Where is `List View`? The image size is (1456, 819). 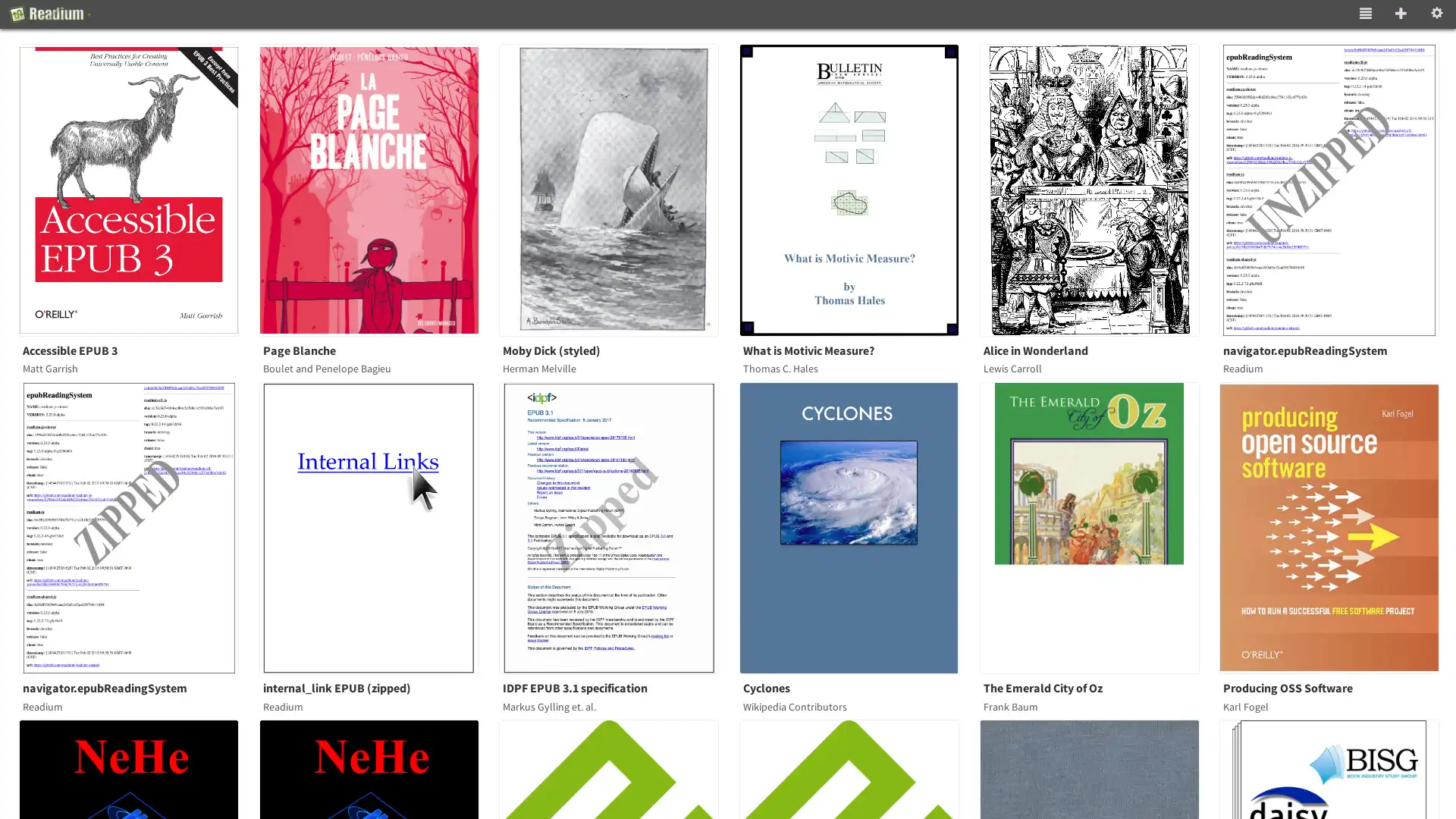 List View is located at coordinates (1365, 14).